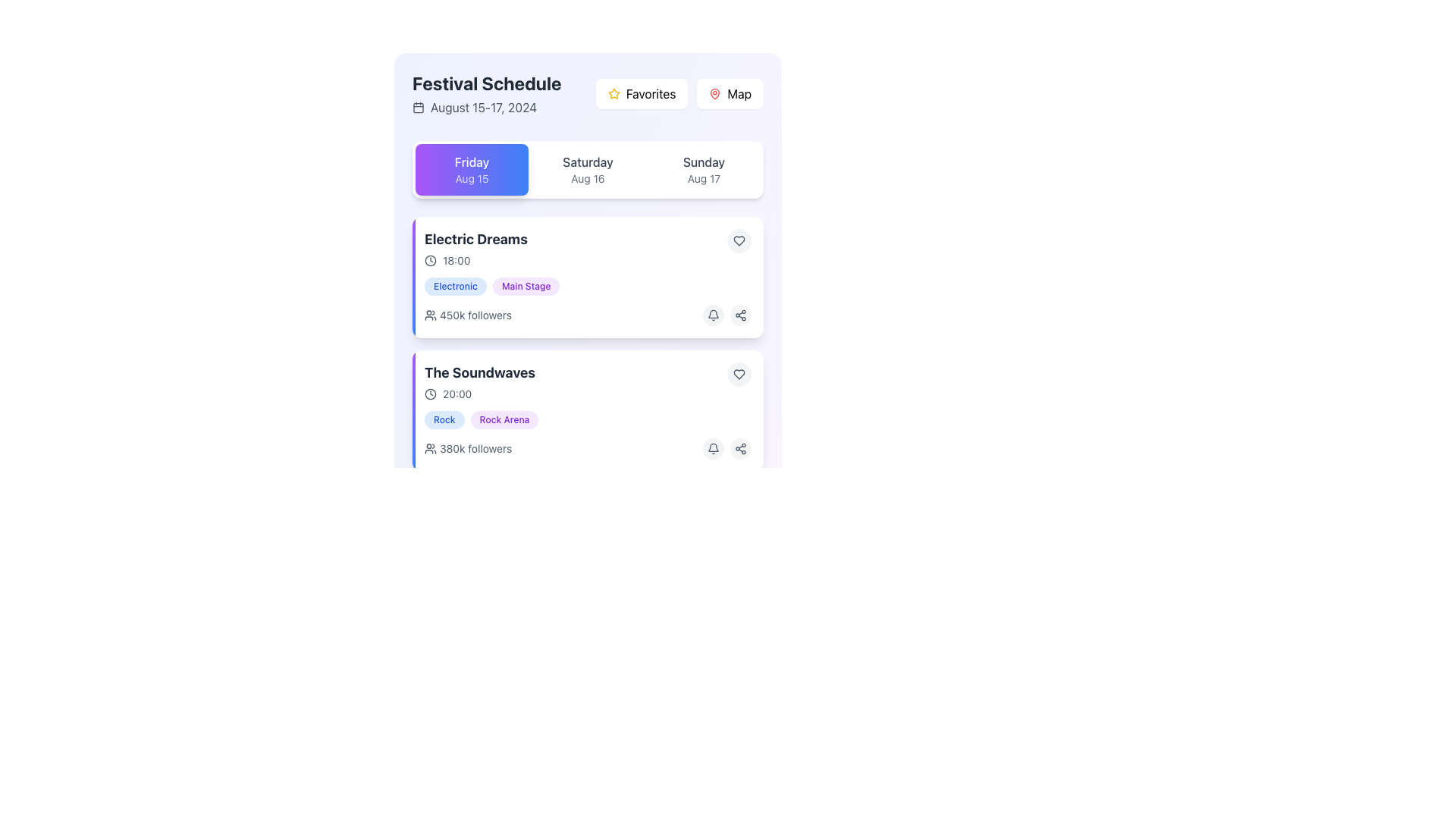 This screenshot has width=1456, height=819. What do you see at coordinates (712, 447) in the screenshot?
I see `the notification bell icon button, which is styled with a circular boundary and located on the right-hand side of the listing entry for 'Electric Dreams'` at bounding box center [712, 447].